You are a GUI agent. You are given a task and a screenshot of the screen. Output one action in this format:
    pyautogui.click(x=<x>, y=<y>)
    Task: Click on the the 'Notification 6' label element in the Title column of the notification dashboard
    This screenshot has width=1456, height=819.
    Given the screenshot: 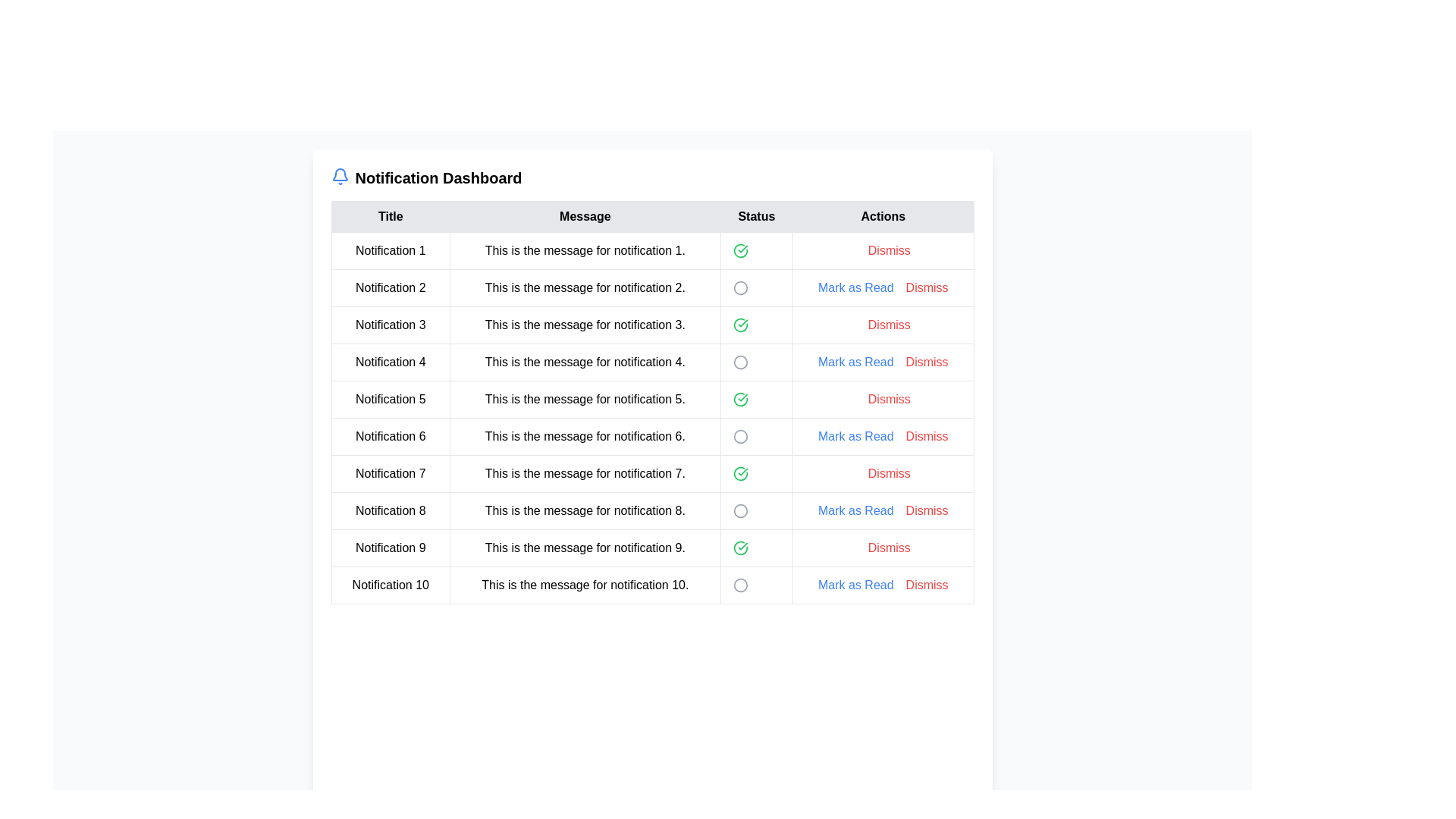 What is the action you would take?
    pyautogui.click(x=391, y=436)
    